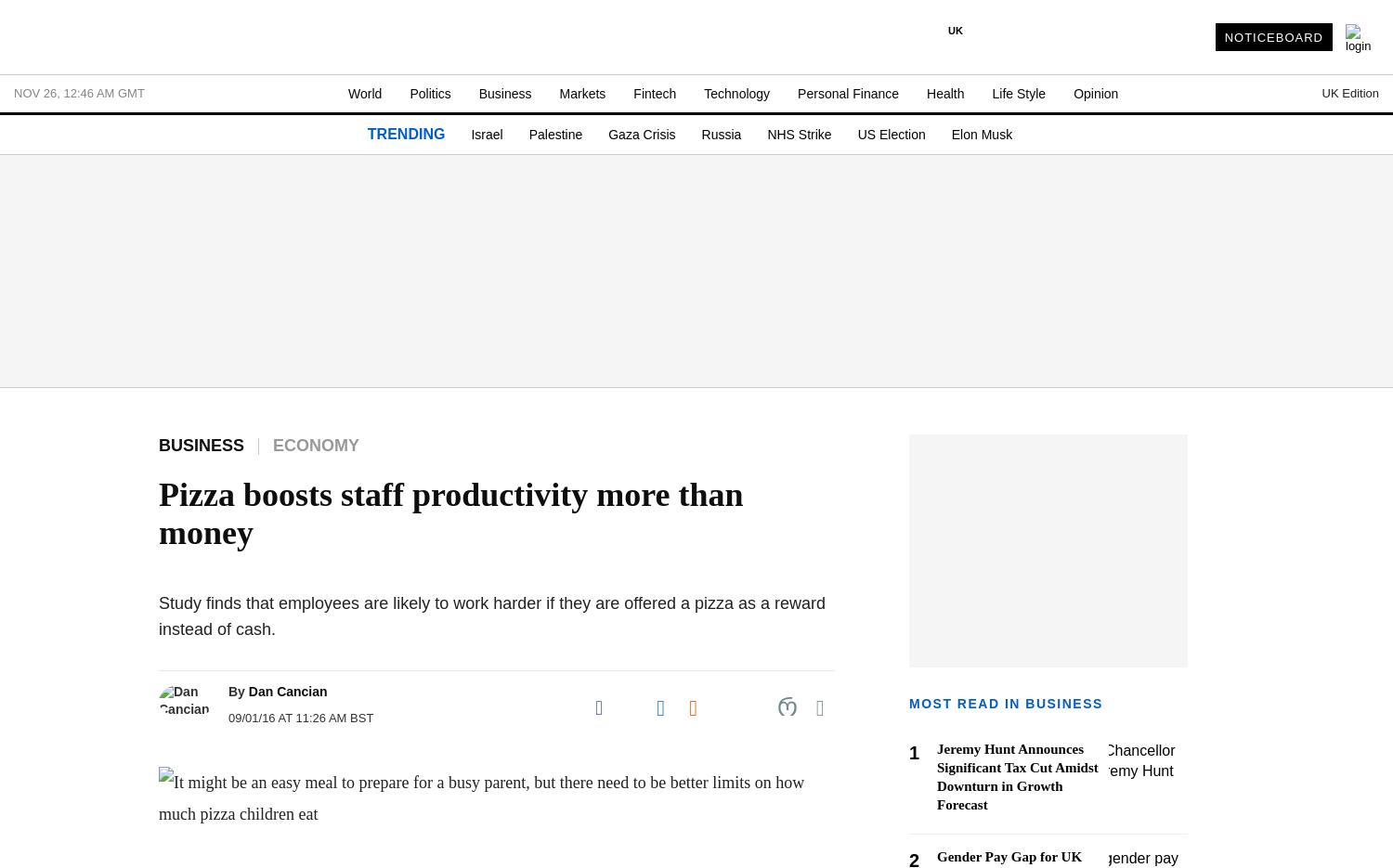  I want to click on 'NHS Strike', so click(798, 135).